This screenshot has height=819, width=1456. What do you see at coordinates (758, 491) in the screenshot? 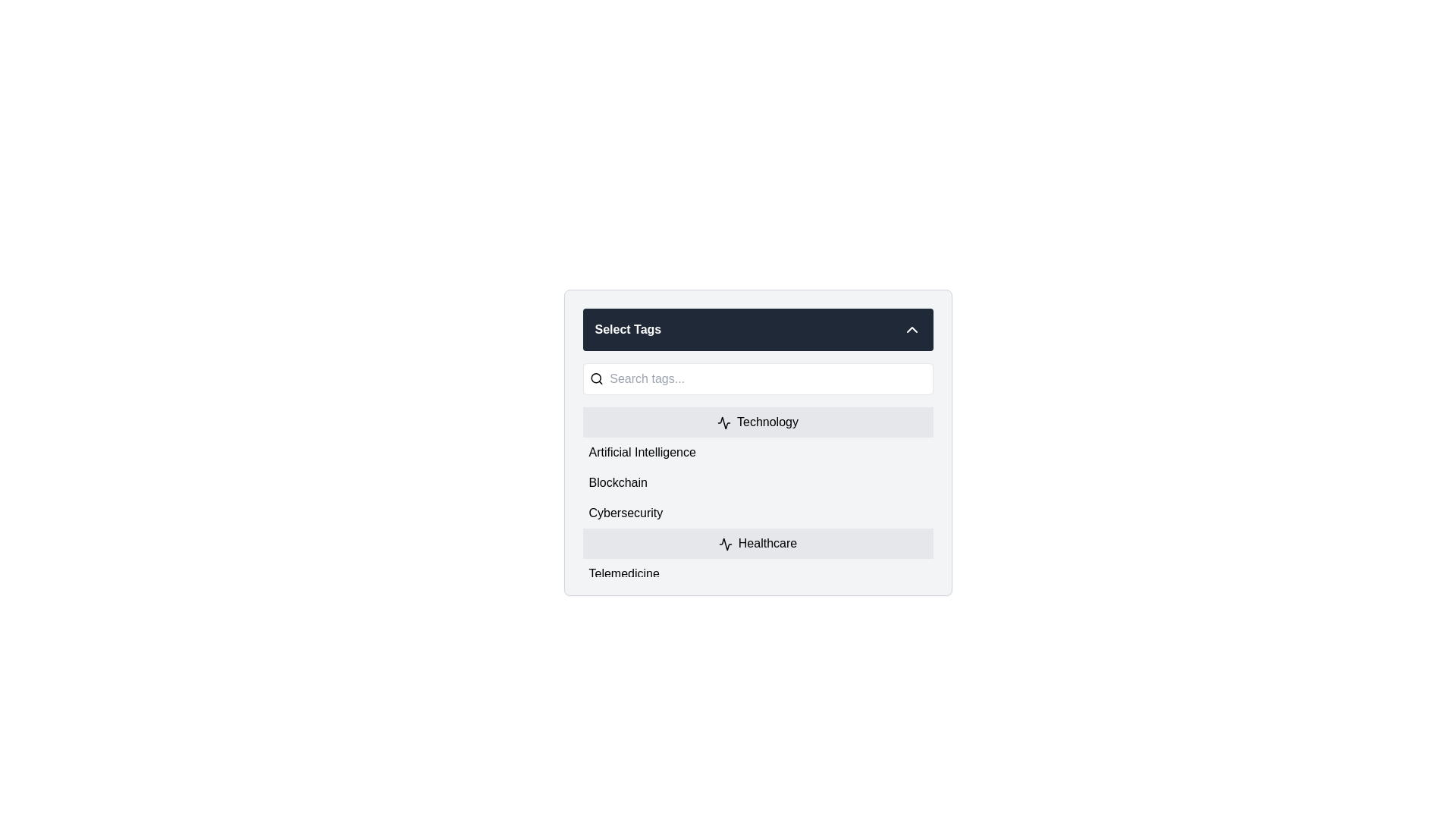
I see `the 'Blockchain' category tag within the vertical list, located between 'Artificial Intelligence' and 'Cybersecurity'` at bounding box center [758, 491].